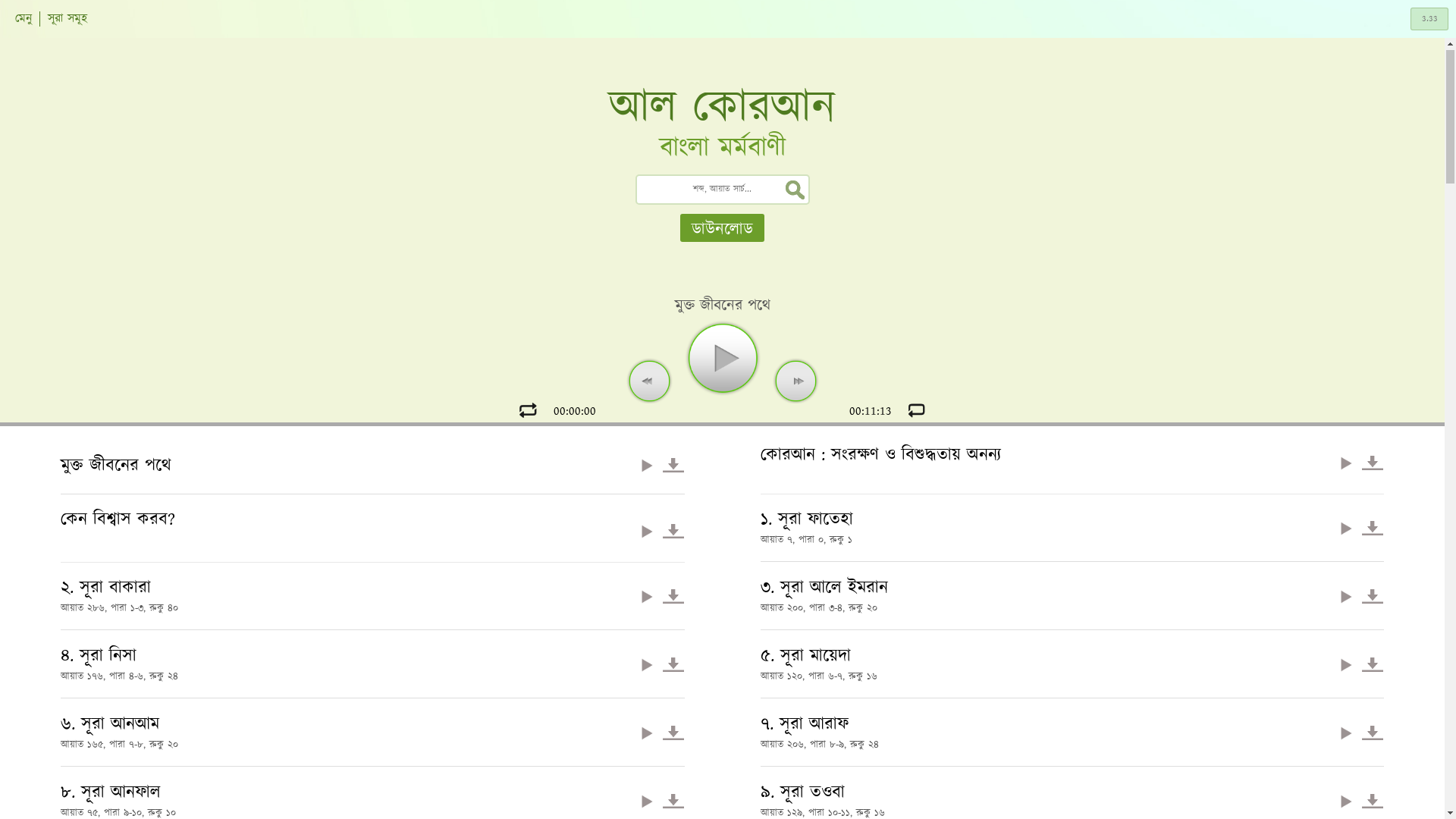 This screenshot has width=1456, height=819. Describe the element at coordinates (1346, 595) in the screenshot. I see `'Play'` at that location.